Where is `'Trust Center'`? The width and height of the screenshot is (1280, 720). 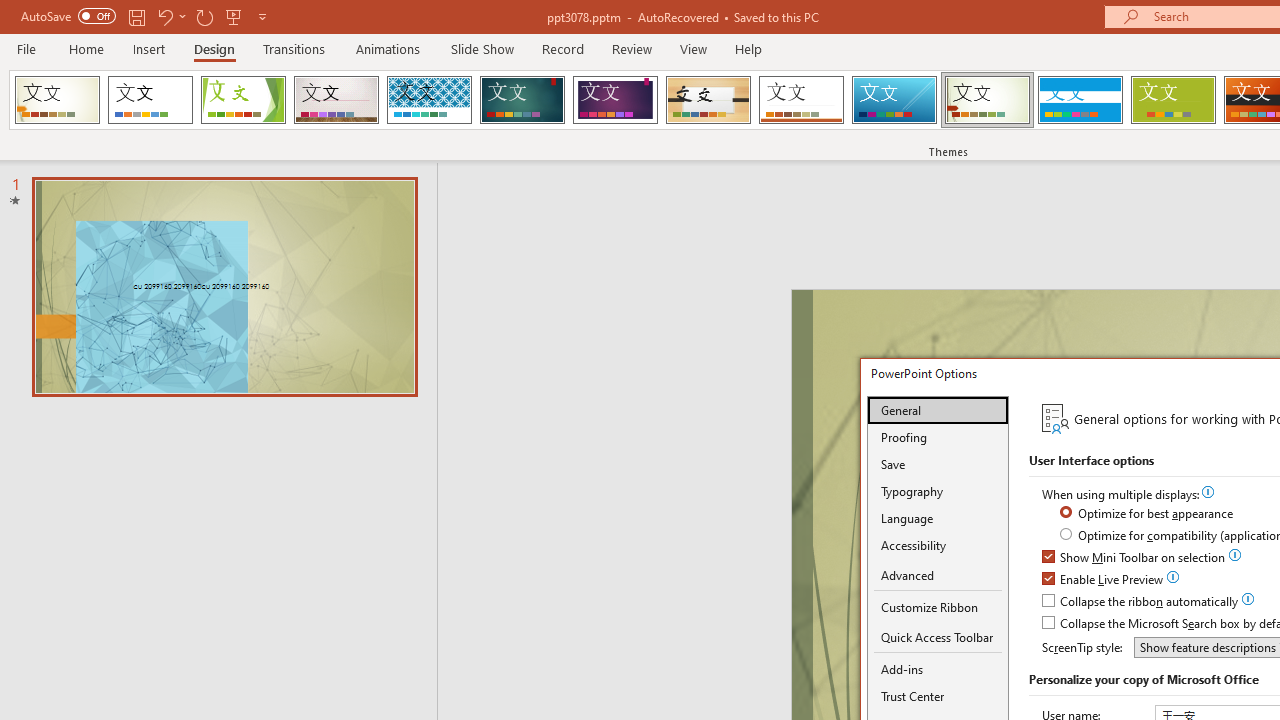
'Trust Center' is located at coordinates (937, 695).